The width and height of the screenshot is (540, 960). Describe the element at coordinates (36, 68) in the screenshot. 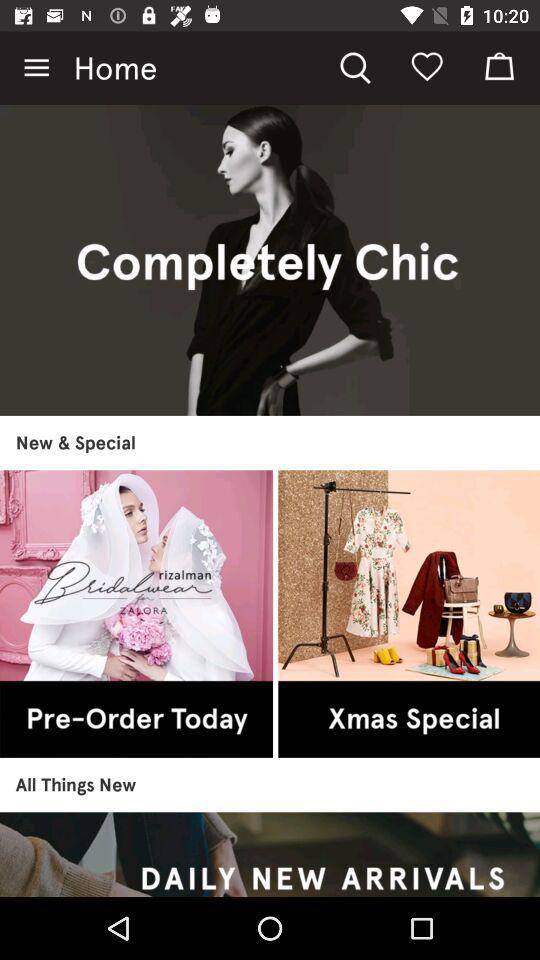

I see `the item to the left of the home icon` at that location.